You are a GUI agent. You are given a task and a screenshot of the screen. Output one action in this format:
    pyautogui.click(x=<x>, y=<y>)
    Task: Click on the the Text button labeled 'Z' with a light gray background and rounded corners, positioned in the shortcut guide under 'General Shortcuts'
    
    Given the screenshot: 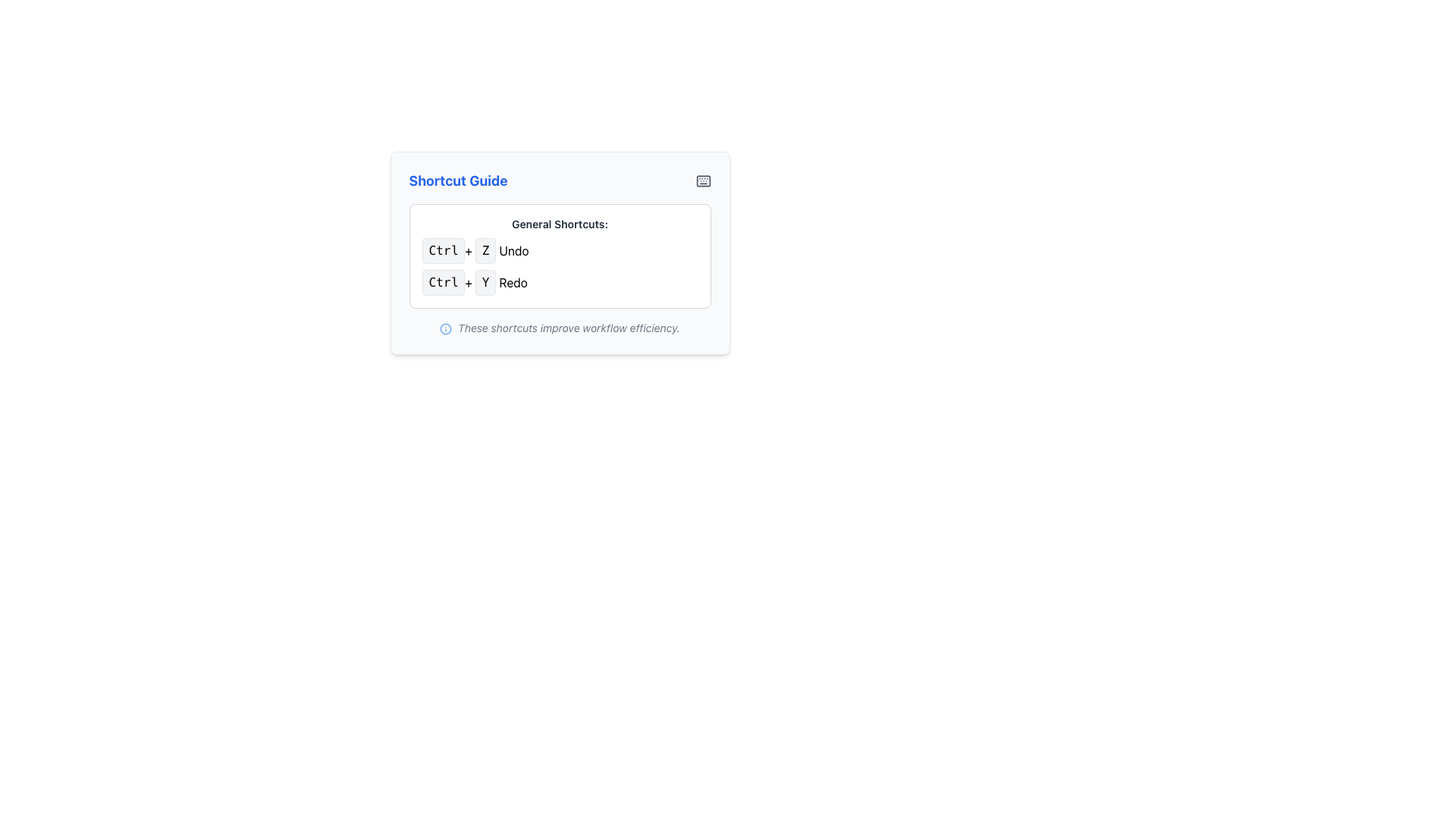 What is the action you would take?
    pyautogui.click(x=485, y=250)
    